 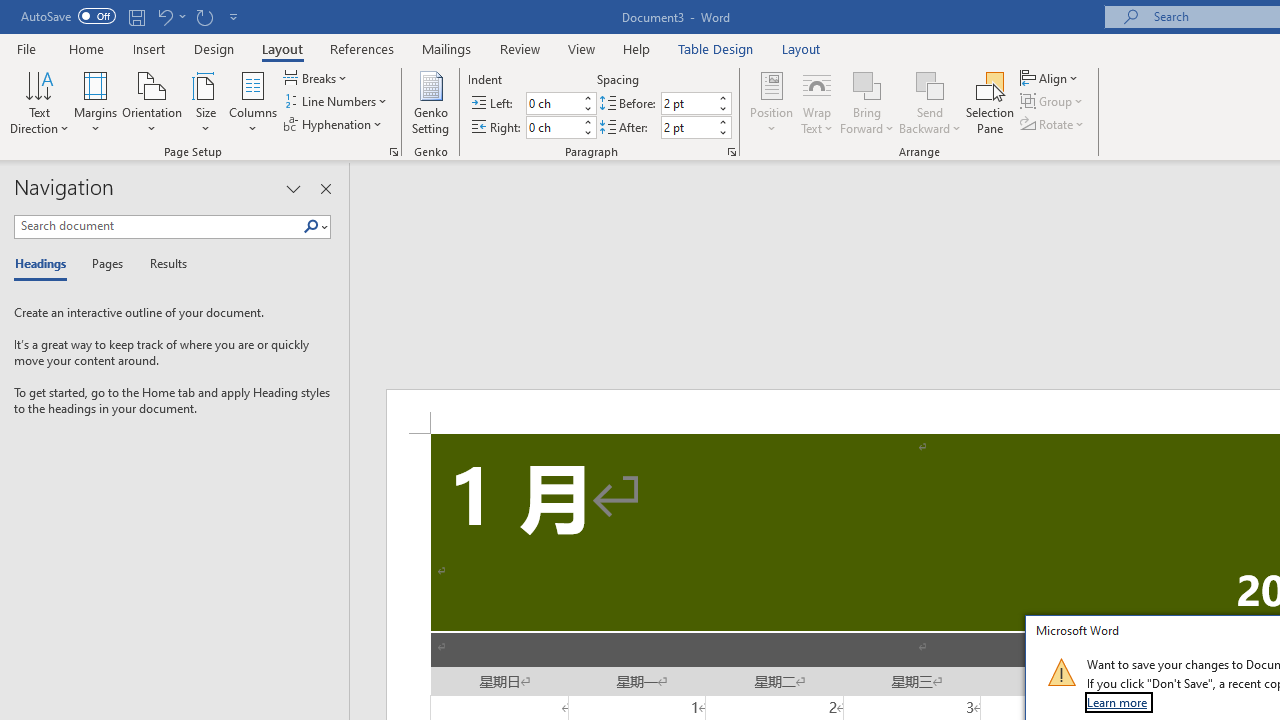 What do you see at coordinates (151, 103) in the screenshot?
I see `'Orientation'` at bounding box center [151, 103].